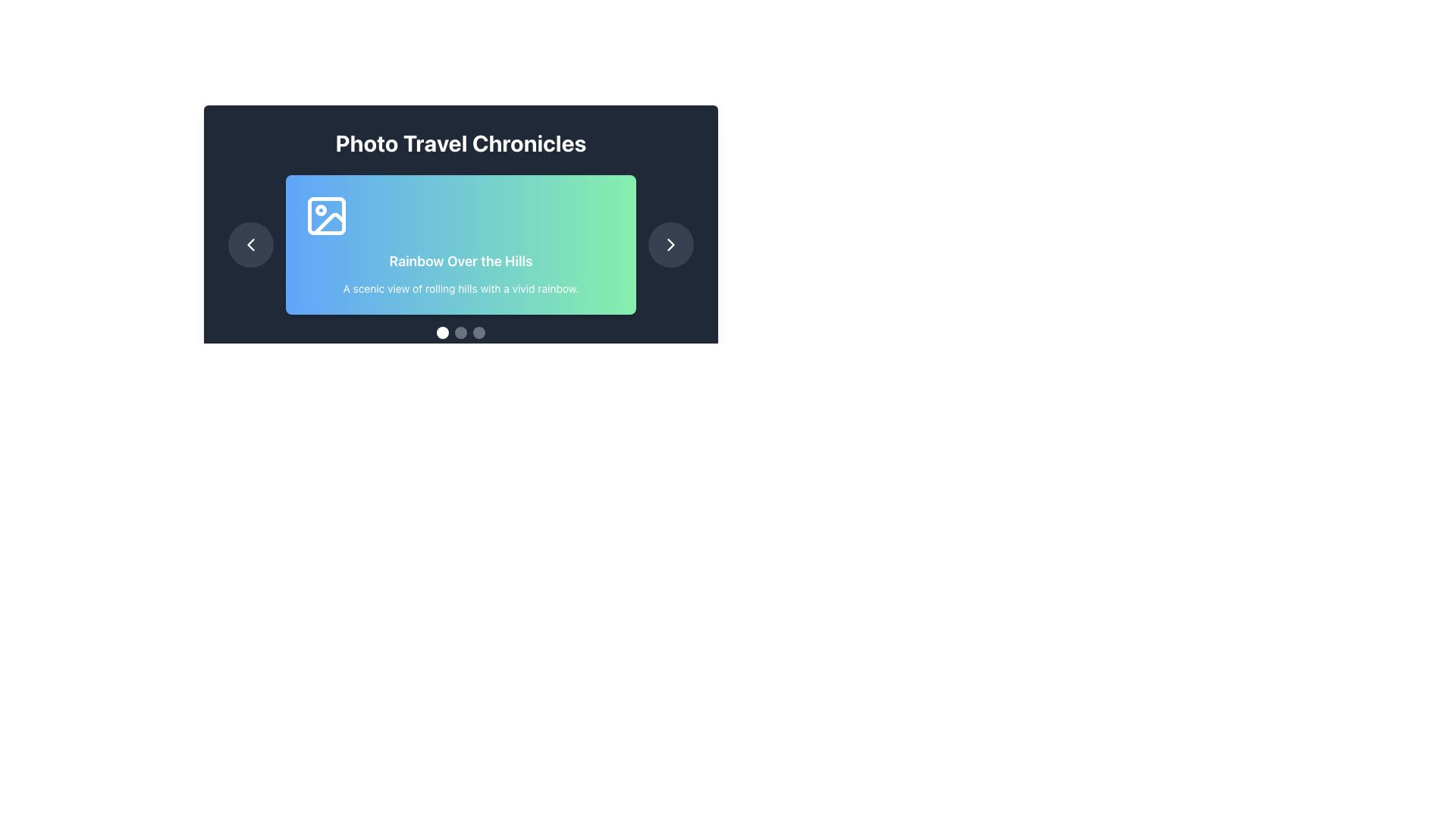 Image resolution: width=1456 pixels, height=819 pixels. What do you see at coordinates (670, 244) in the screenshot?
I see `the circular button with a gray background and a white chevron icon` at bounding box center [670, 244].